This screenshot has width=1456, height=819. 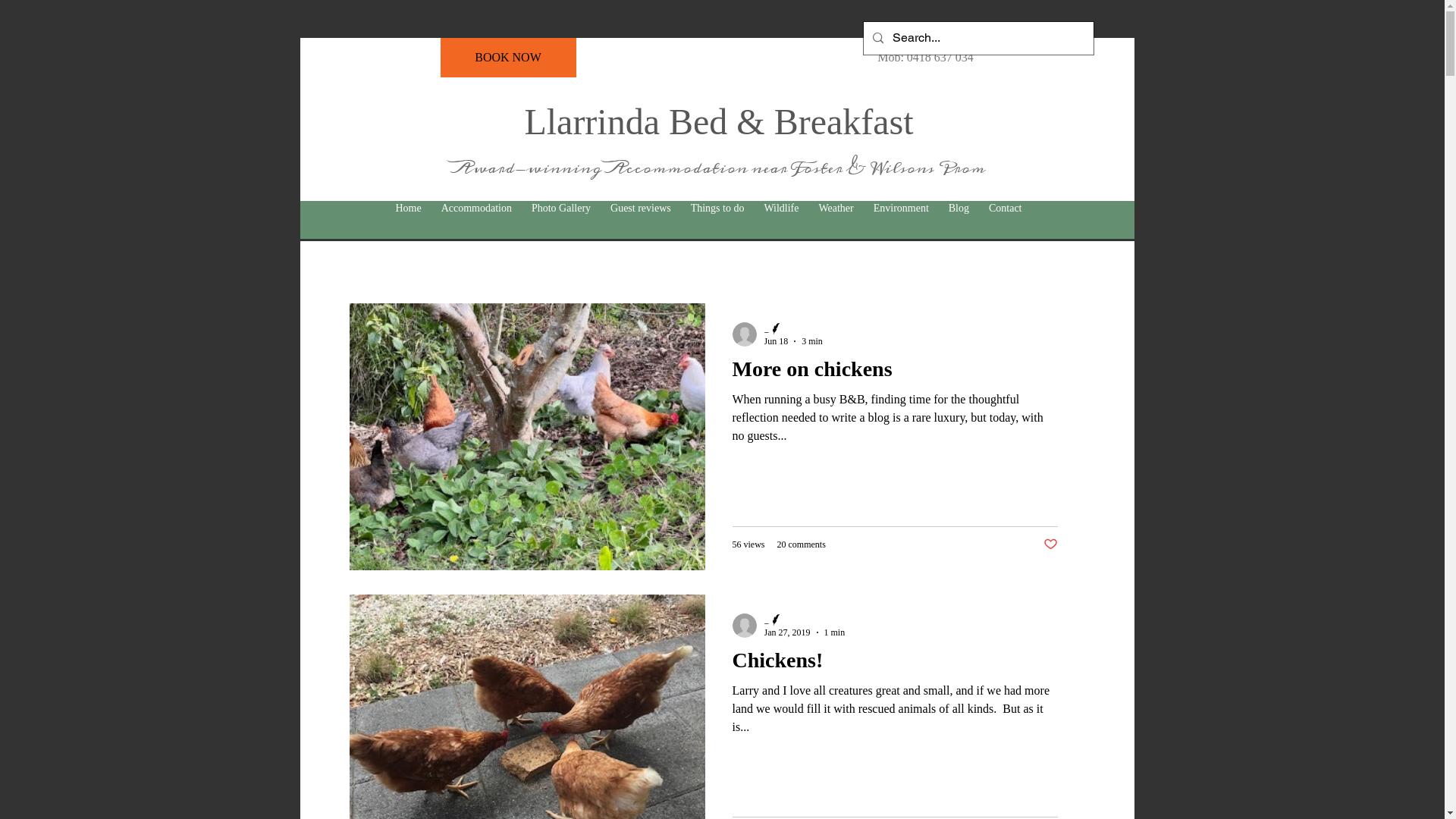 What do you see at coordinates (507, 57) in the screenshot?
I see `'BOOK NOW'` at bounding box center [507, 57].